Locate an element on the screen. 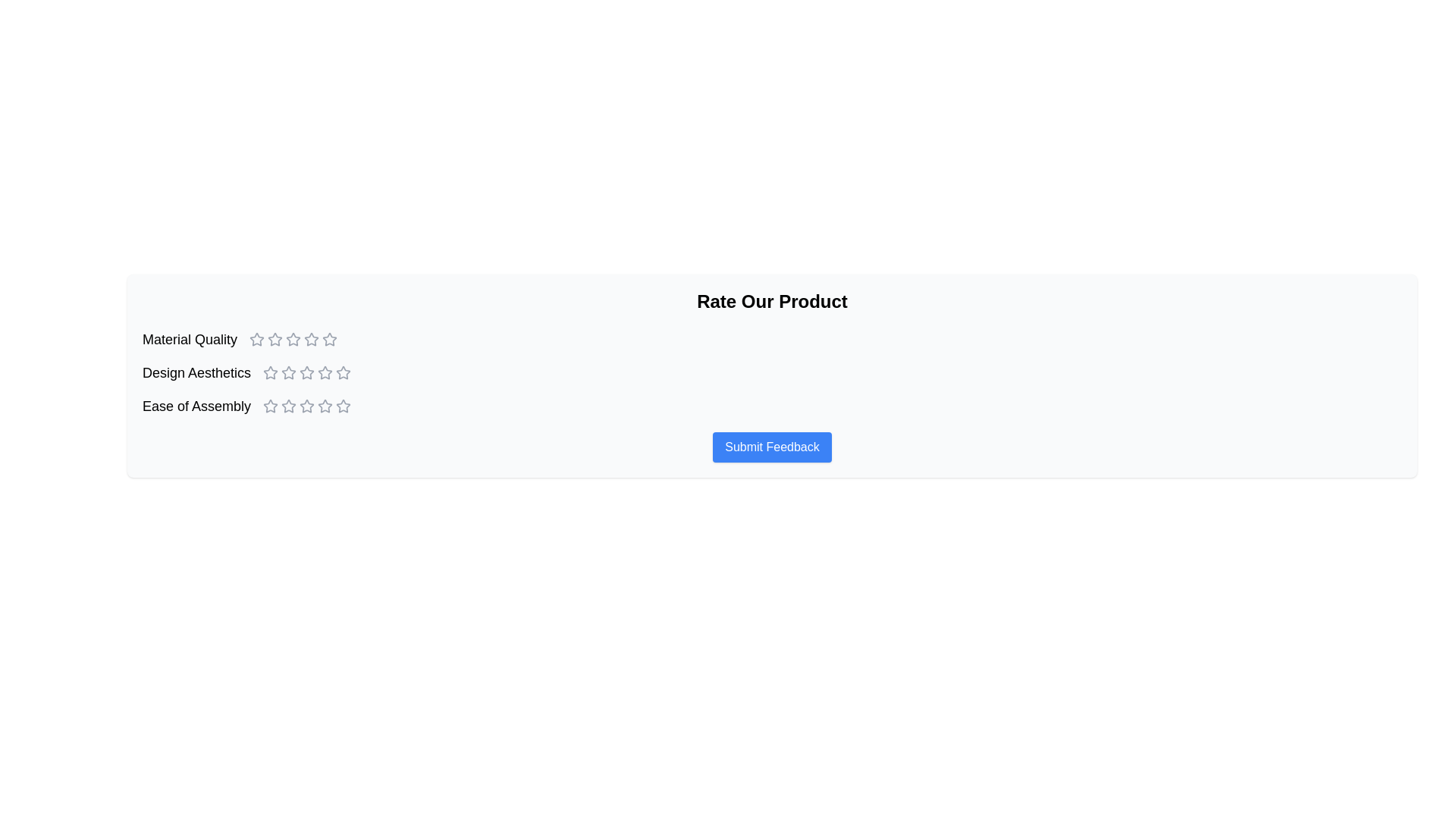 Image resolution: width=1456 pixels, height=819 pixels. the fourth star-shaped interactive rating icon, which is part of a five-star rating system under the 'Ease of Assembly' category is located at coordinates (343, 405).